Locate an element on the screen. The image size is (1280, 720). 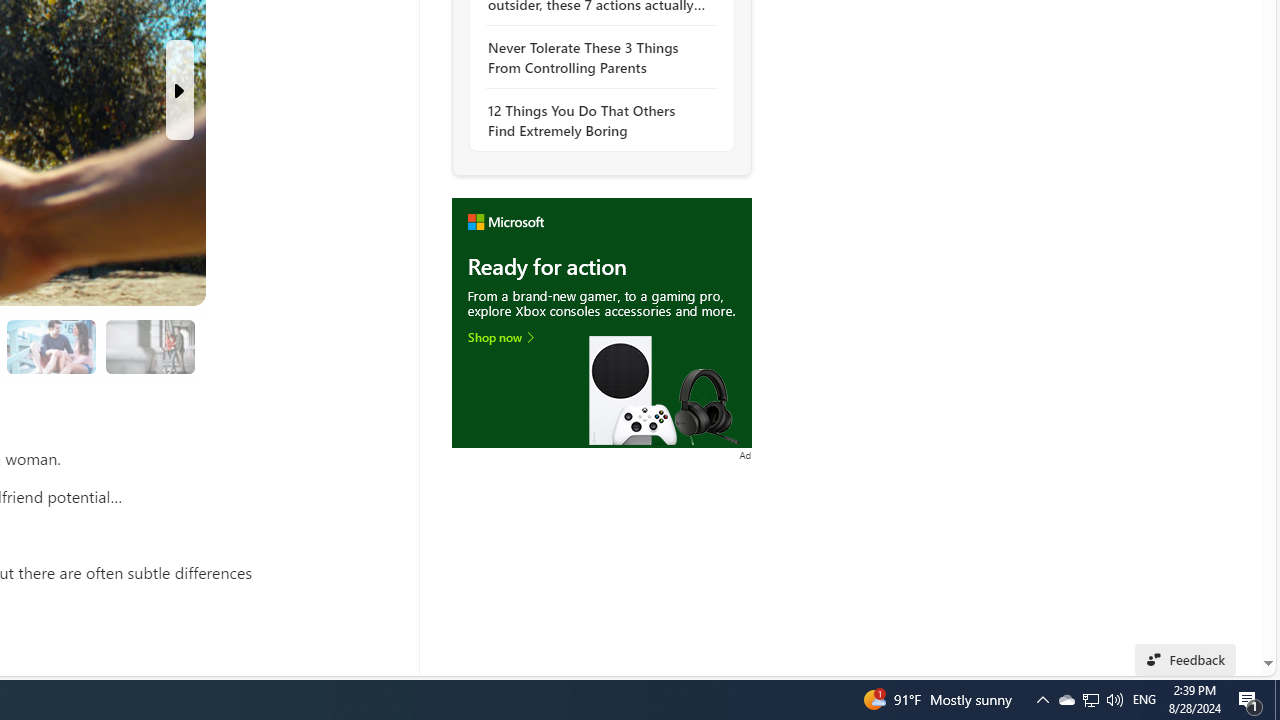
'To get missing image descriptions, open the context menu.' is located at coordinates (600, 323).